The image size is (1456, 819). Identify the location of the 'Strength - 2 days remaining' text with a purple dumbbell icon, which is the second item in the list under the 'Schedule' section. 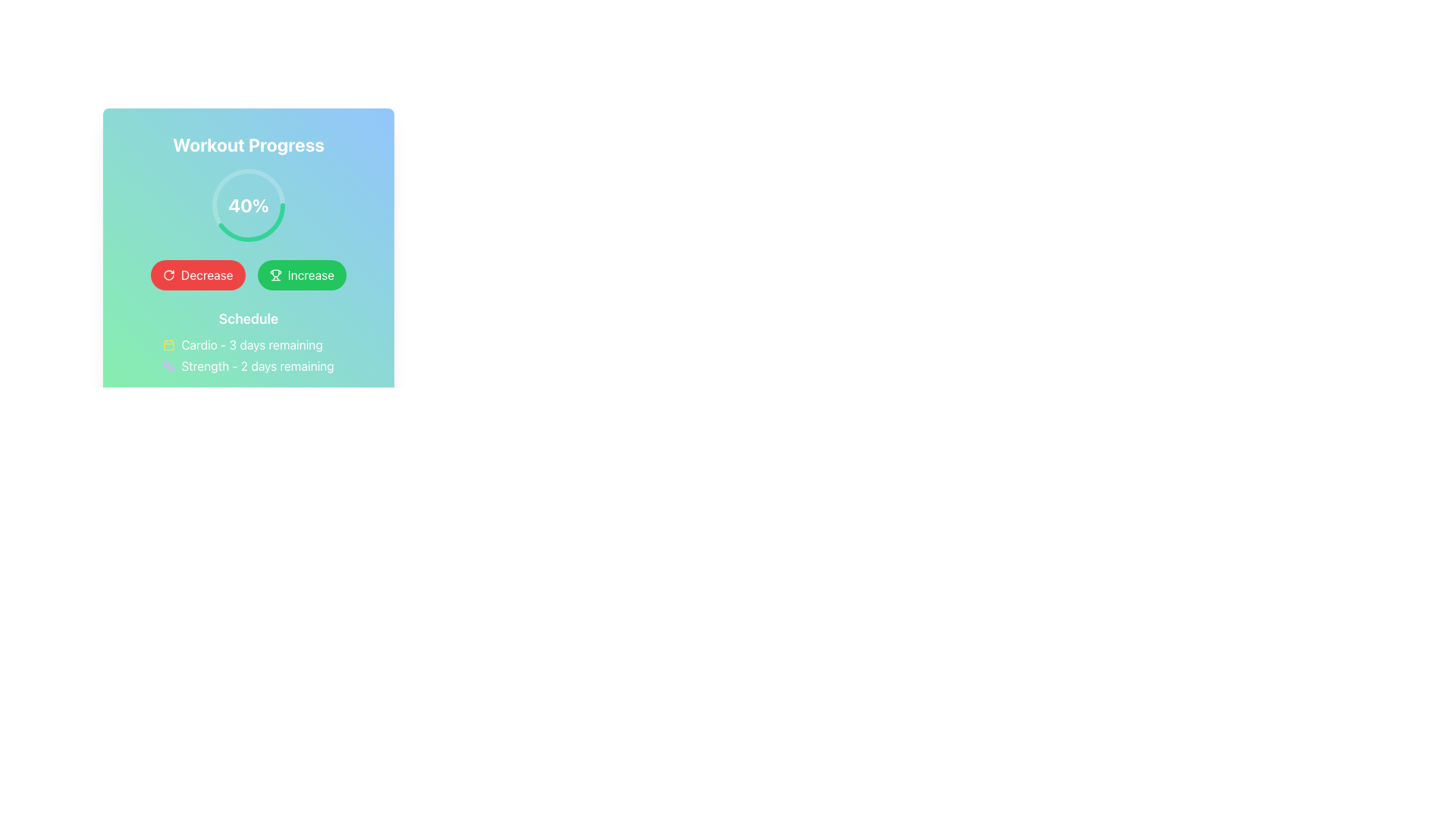
(248, 366).